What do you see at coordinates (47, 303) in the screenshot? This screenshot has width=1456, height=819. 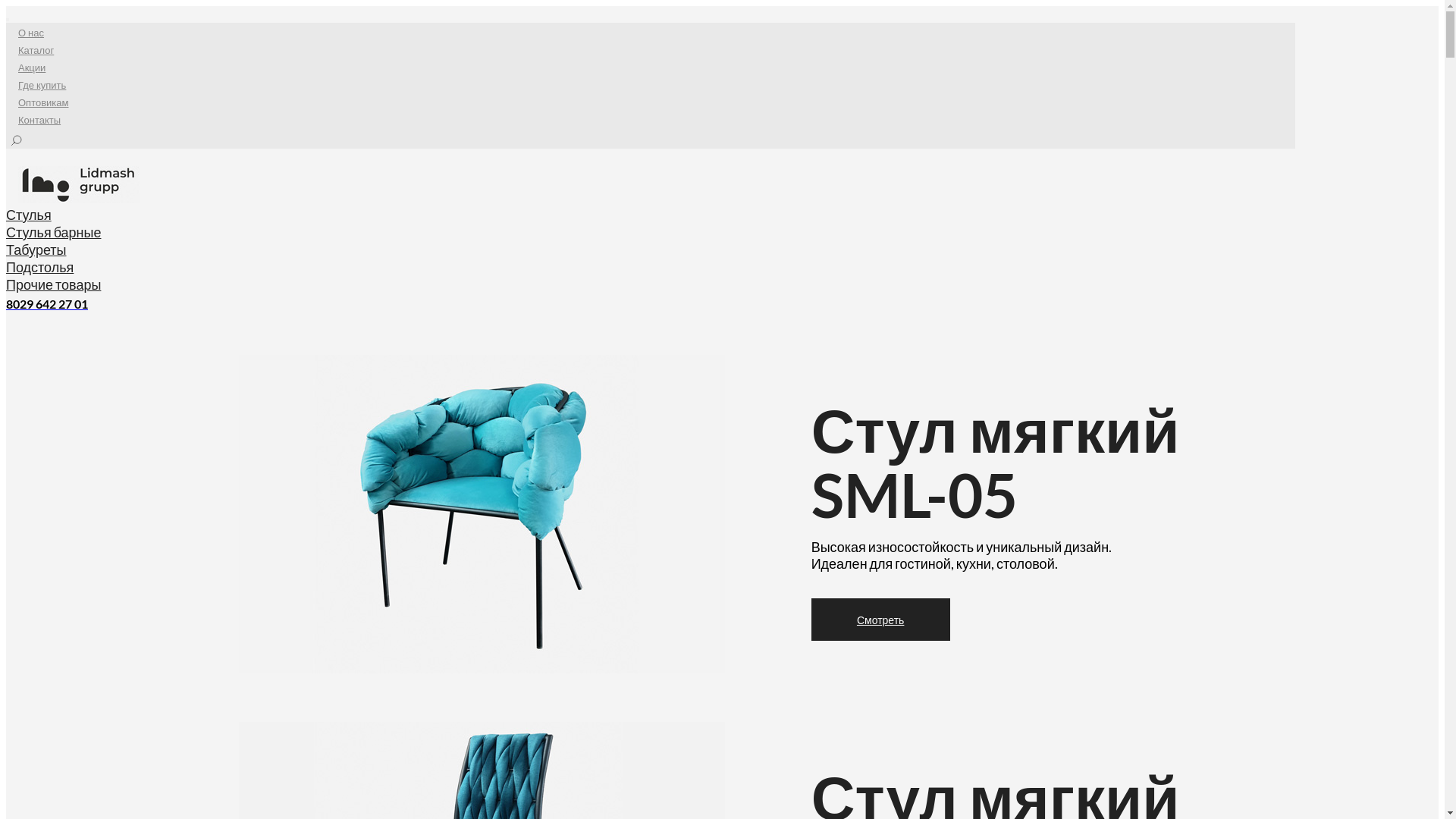 I see `'8029 642 27 01'` at bounding box center [47, 303].